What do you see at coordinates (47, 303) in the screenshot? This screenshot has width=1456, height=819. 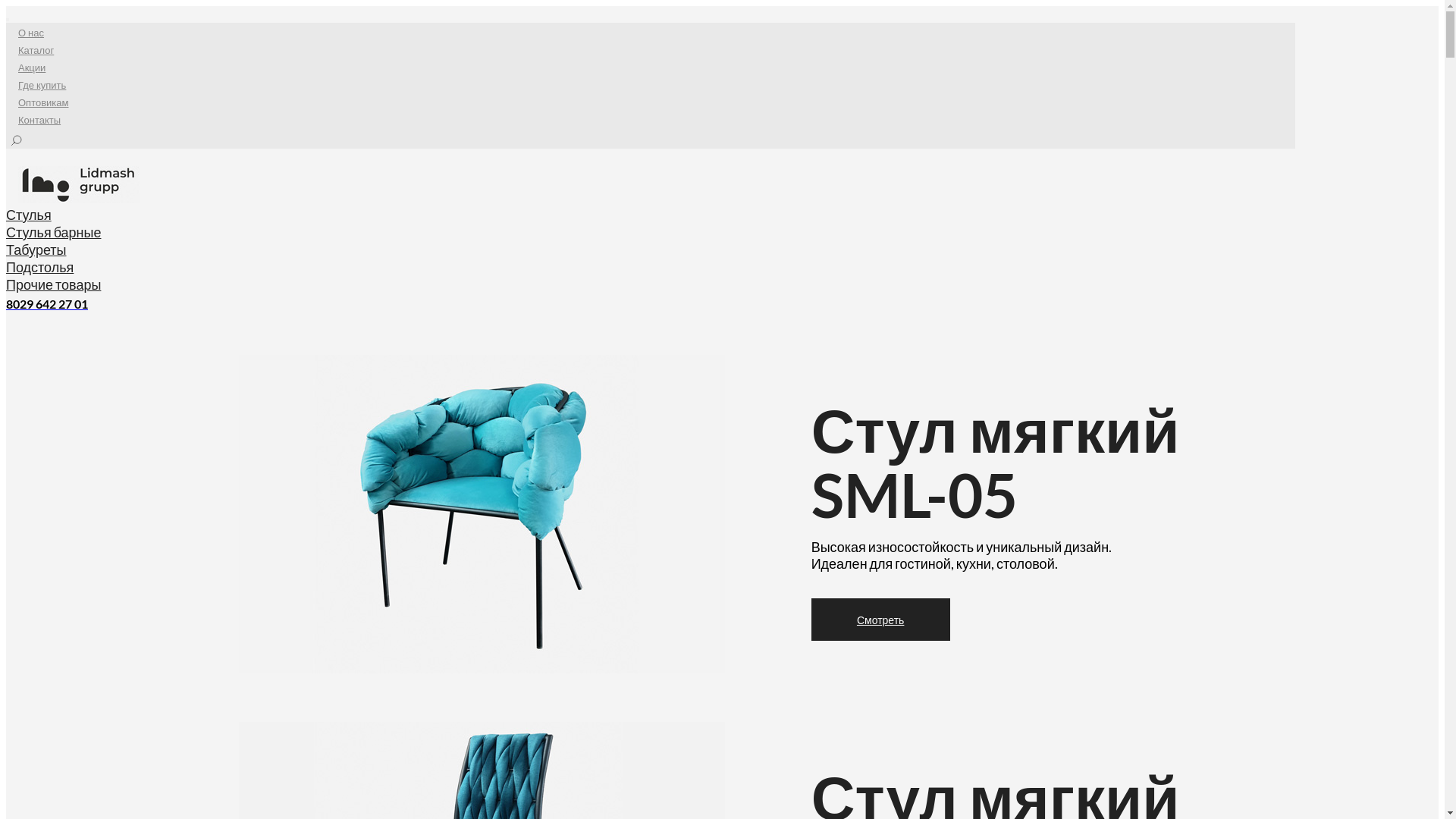 I see `'8029 642 27 01'` at bounding box center [47, 303].